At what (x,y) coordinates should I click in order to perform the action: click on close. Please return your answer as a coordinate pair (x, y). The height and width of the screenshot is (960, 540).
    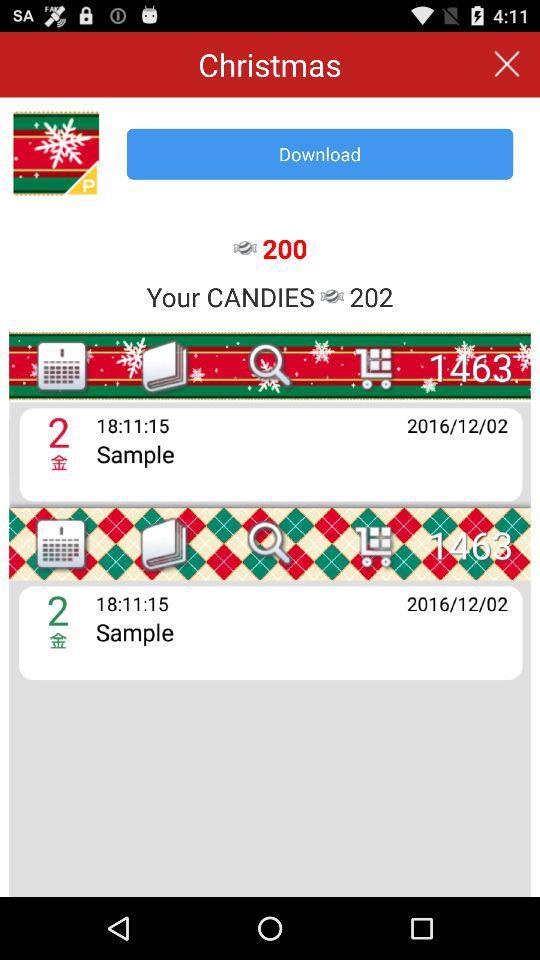
    Looking at the image, I should click on (507, 64).